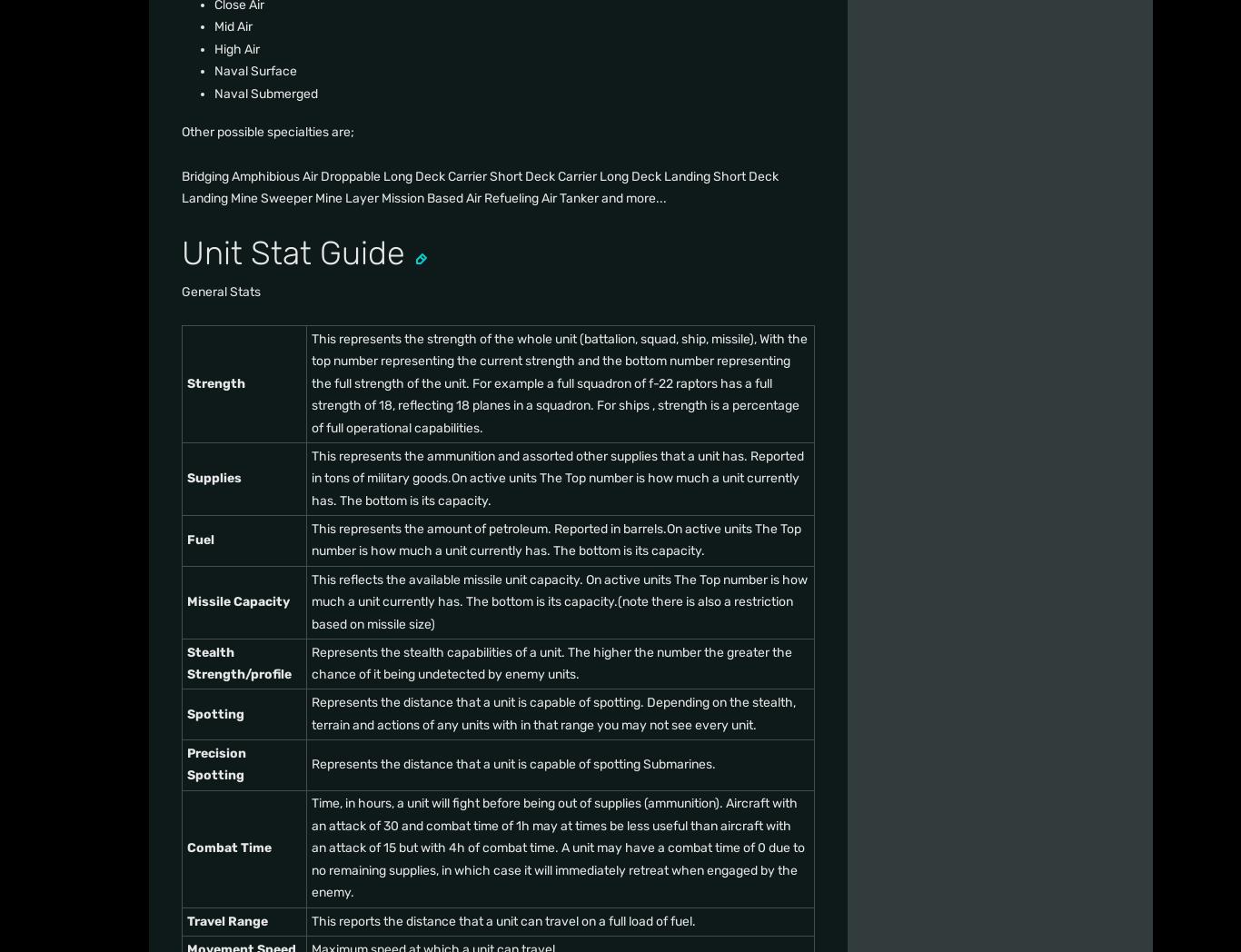 The width and height of the screenshot is (1241, 952). I want to click on 'Media Kit', so click(685, 402).